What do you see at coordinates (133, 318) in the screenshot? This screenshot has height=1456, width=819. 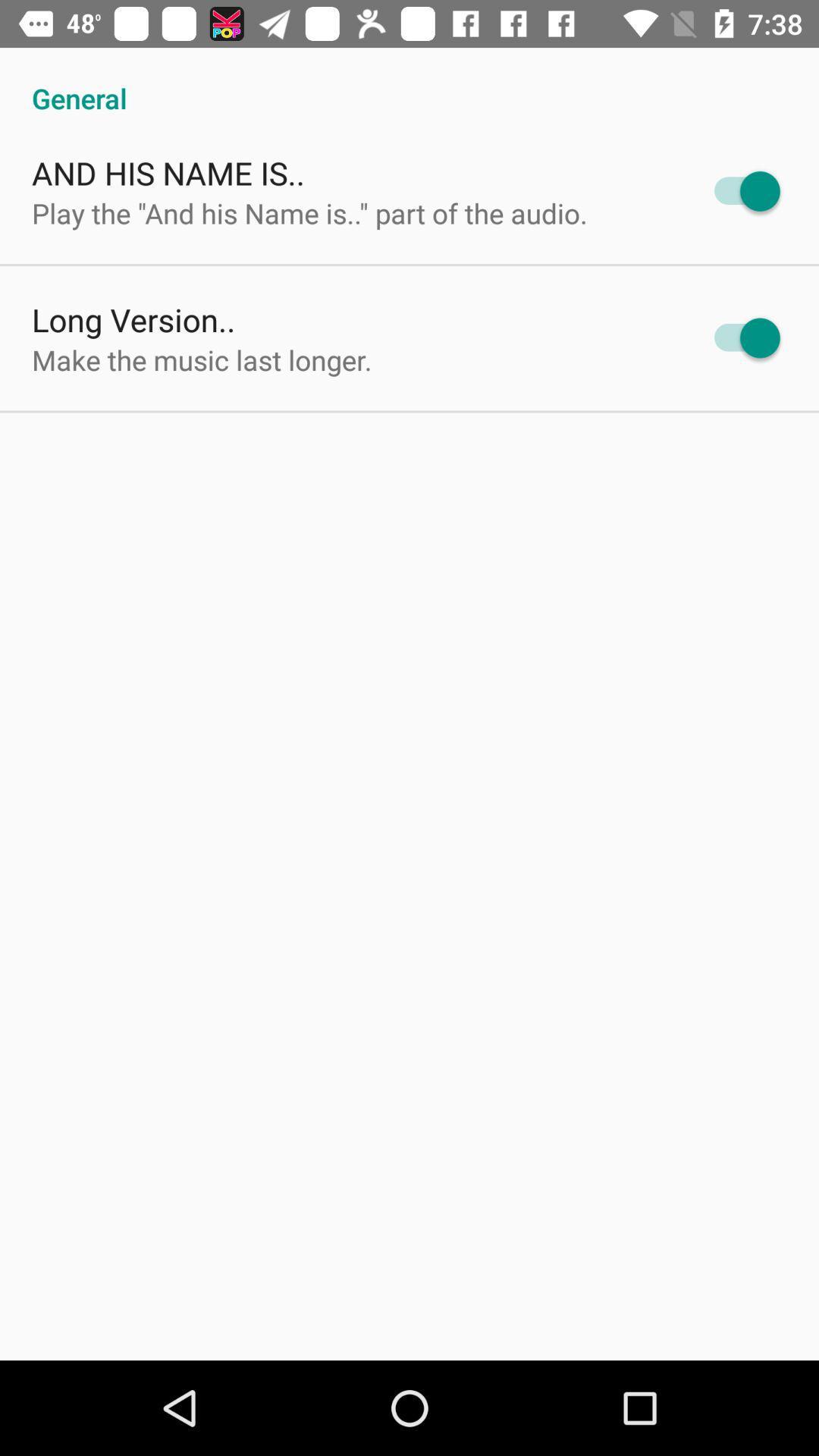 I see `the icon above the make the music item` at bounding box center [133, 318].